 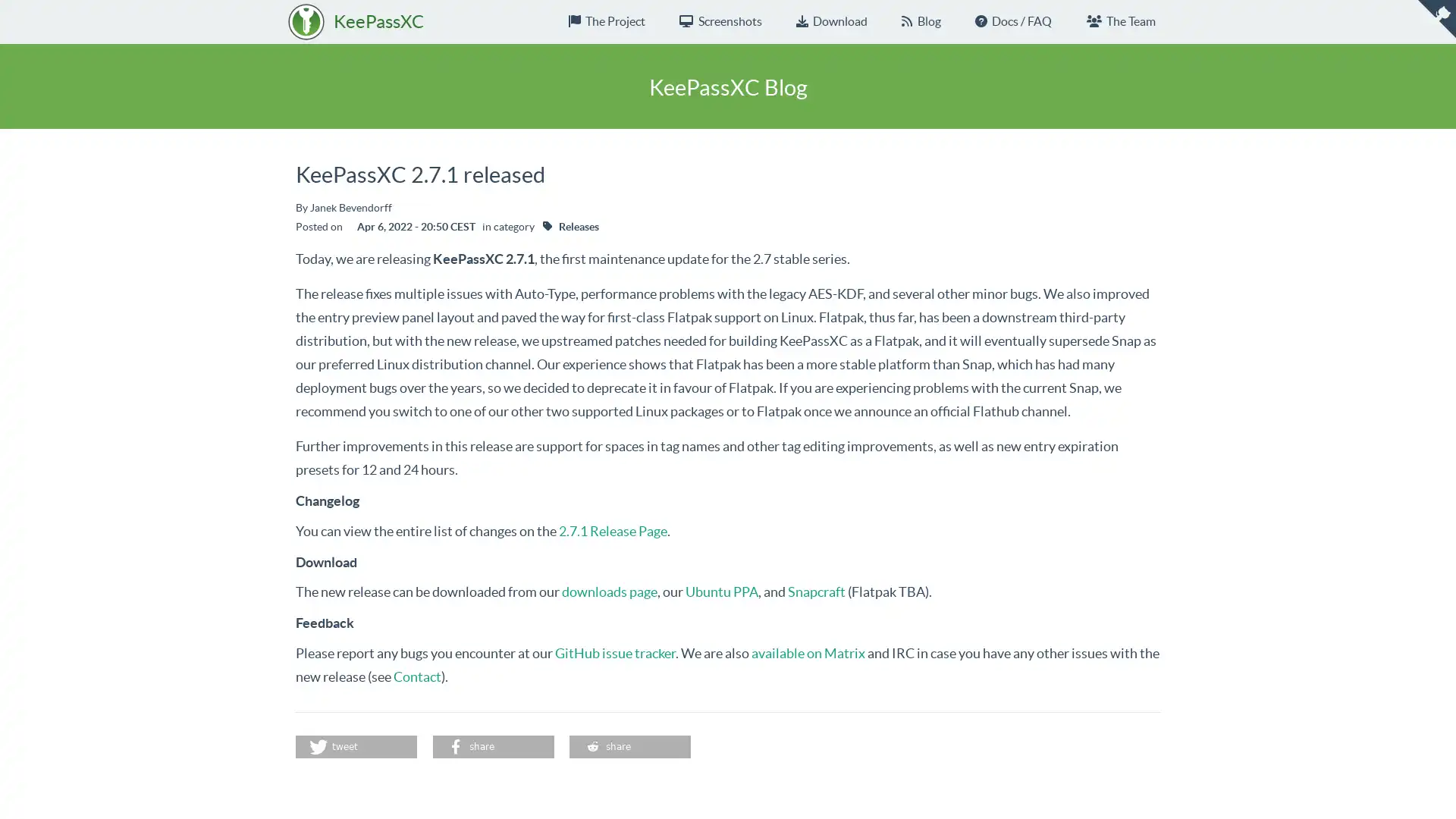 I want to click on Share on Facebook, so click(x=492, y=745).